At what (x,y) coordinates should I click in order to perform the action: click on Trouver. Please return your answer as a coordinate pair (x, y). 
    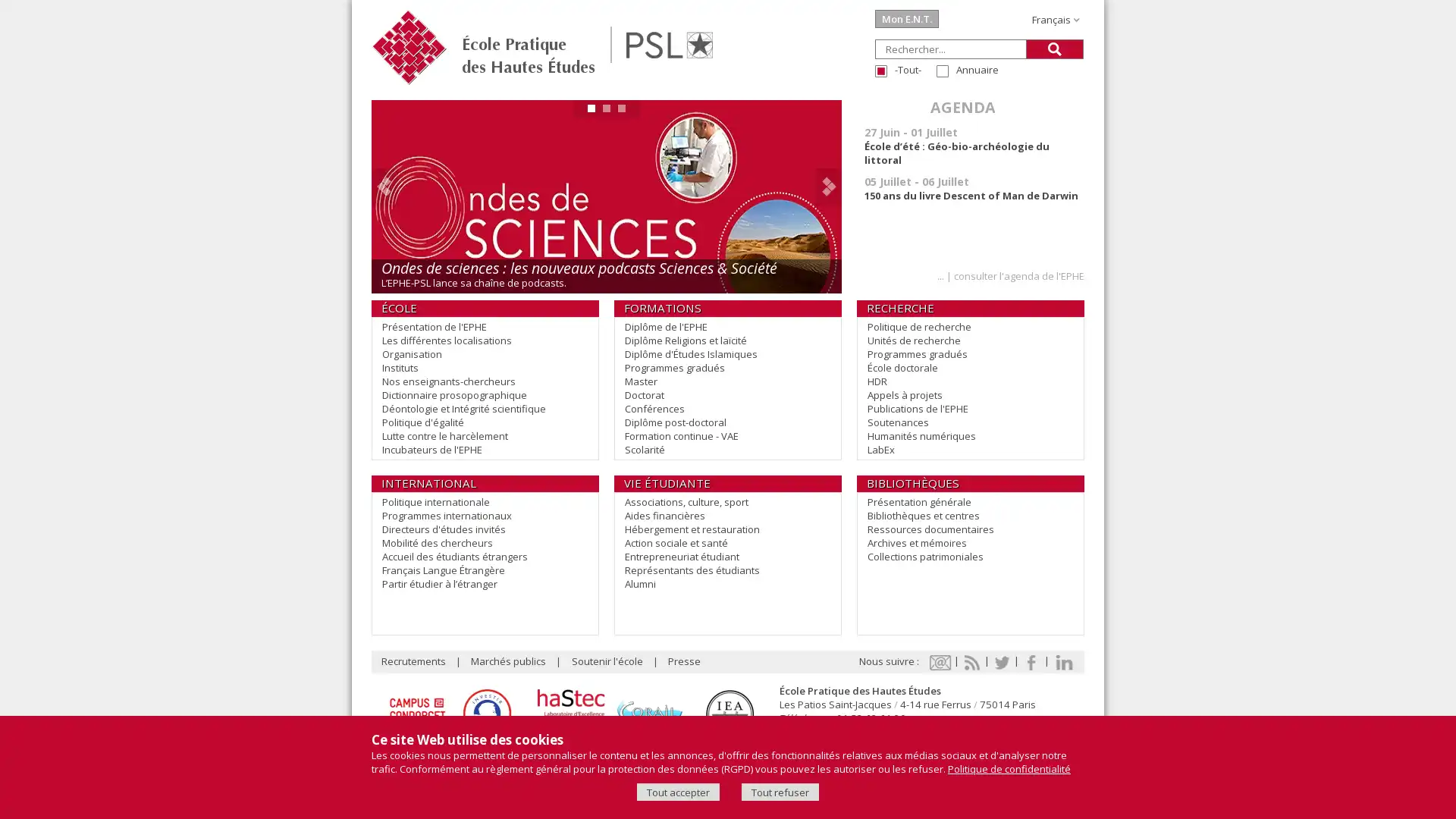
    Looking at the image, I should click on (1054, 48).